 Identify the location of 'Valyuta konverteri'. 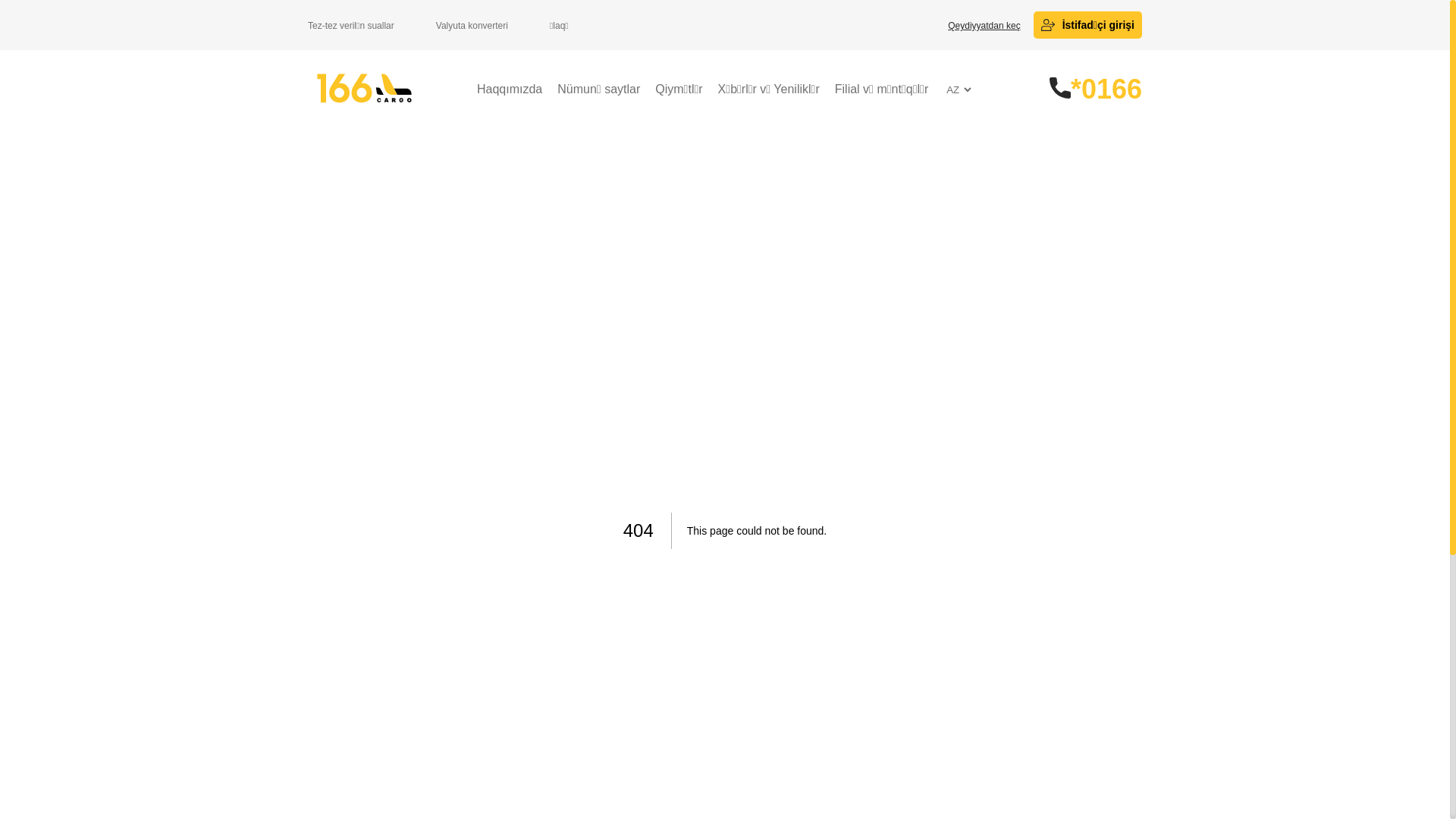
(471, 26).